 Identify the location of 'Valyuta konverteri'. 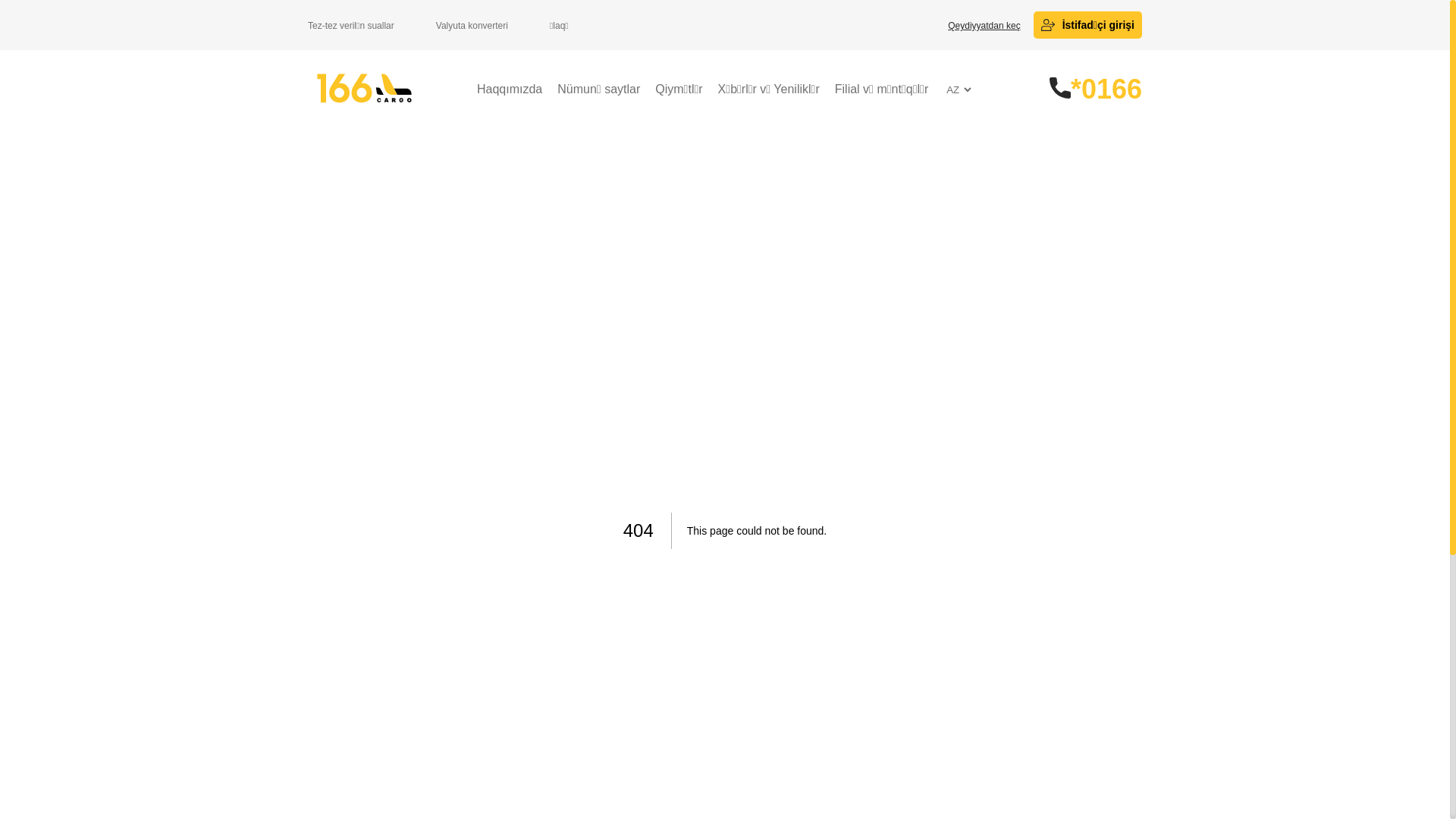
(471, 26).